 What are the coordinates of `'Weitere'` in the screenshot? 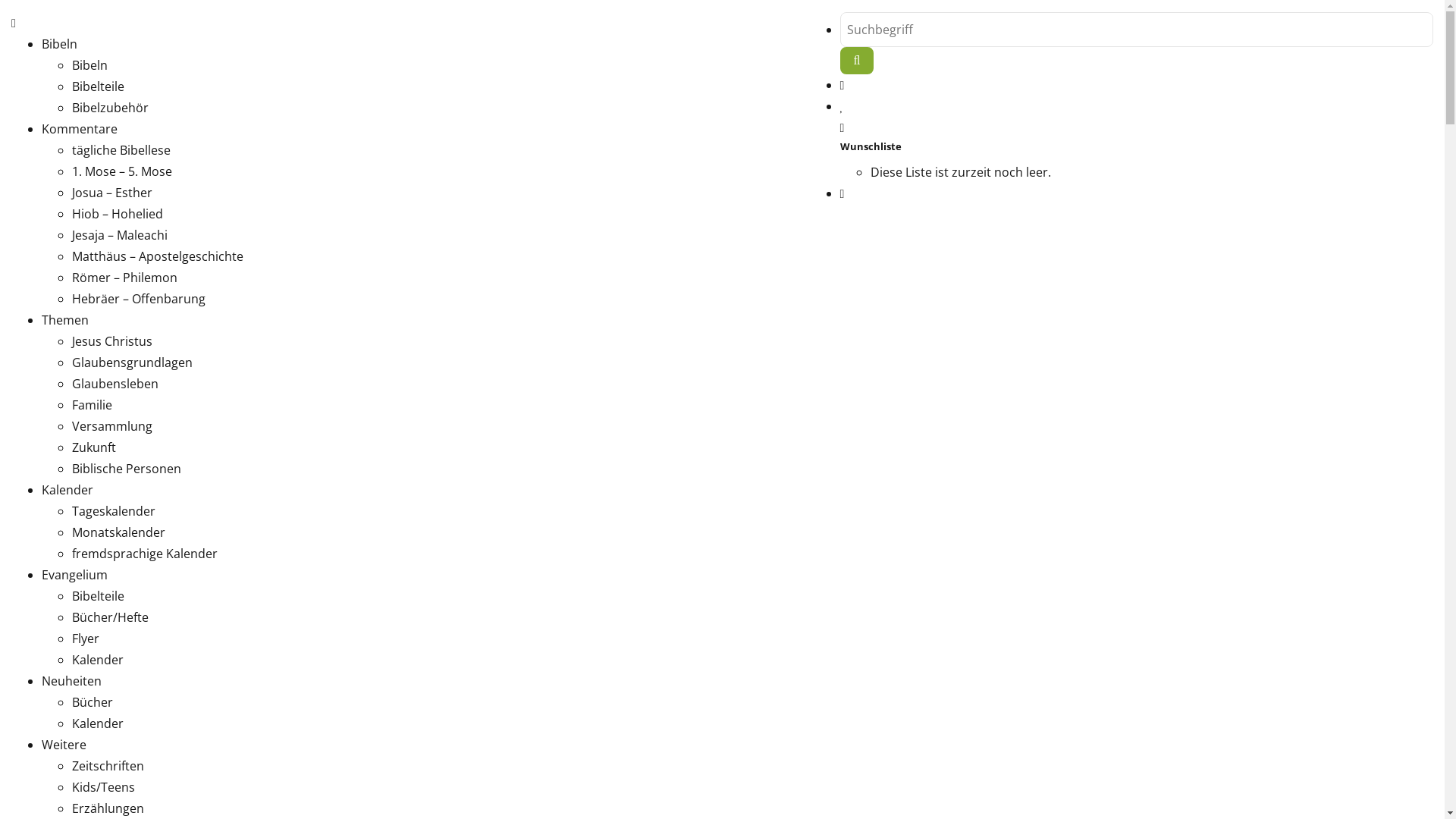 It's located at (63, 744).